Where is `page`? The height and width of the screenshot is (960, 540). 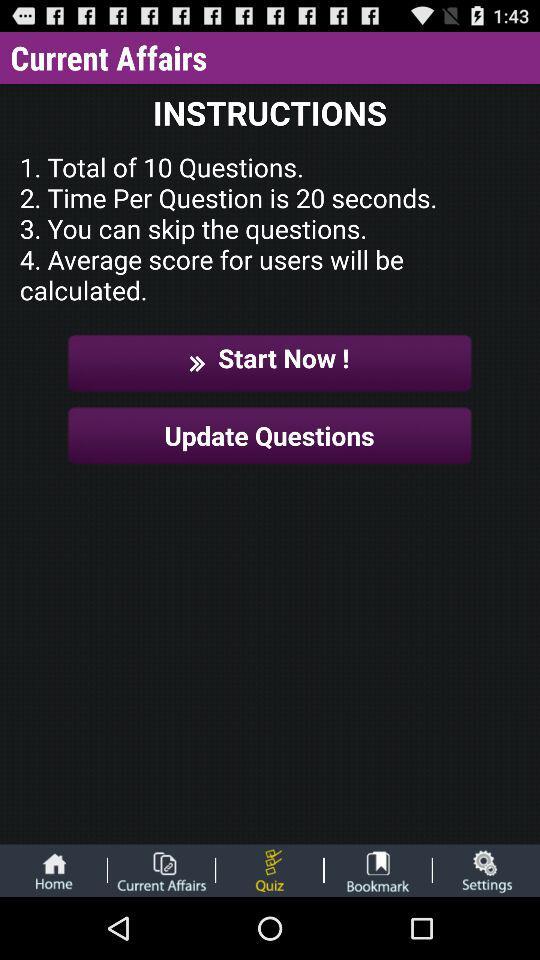 page is located at coordinates (160, 869).